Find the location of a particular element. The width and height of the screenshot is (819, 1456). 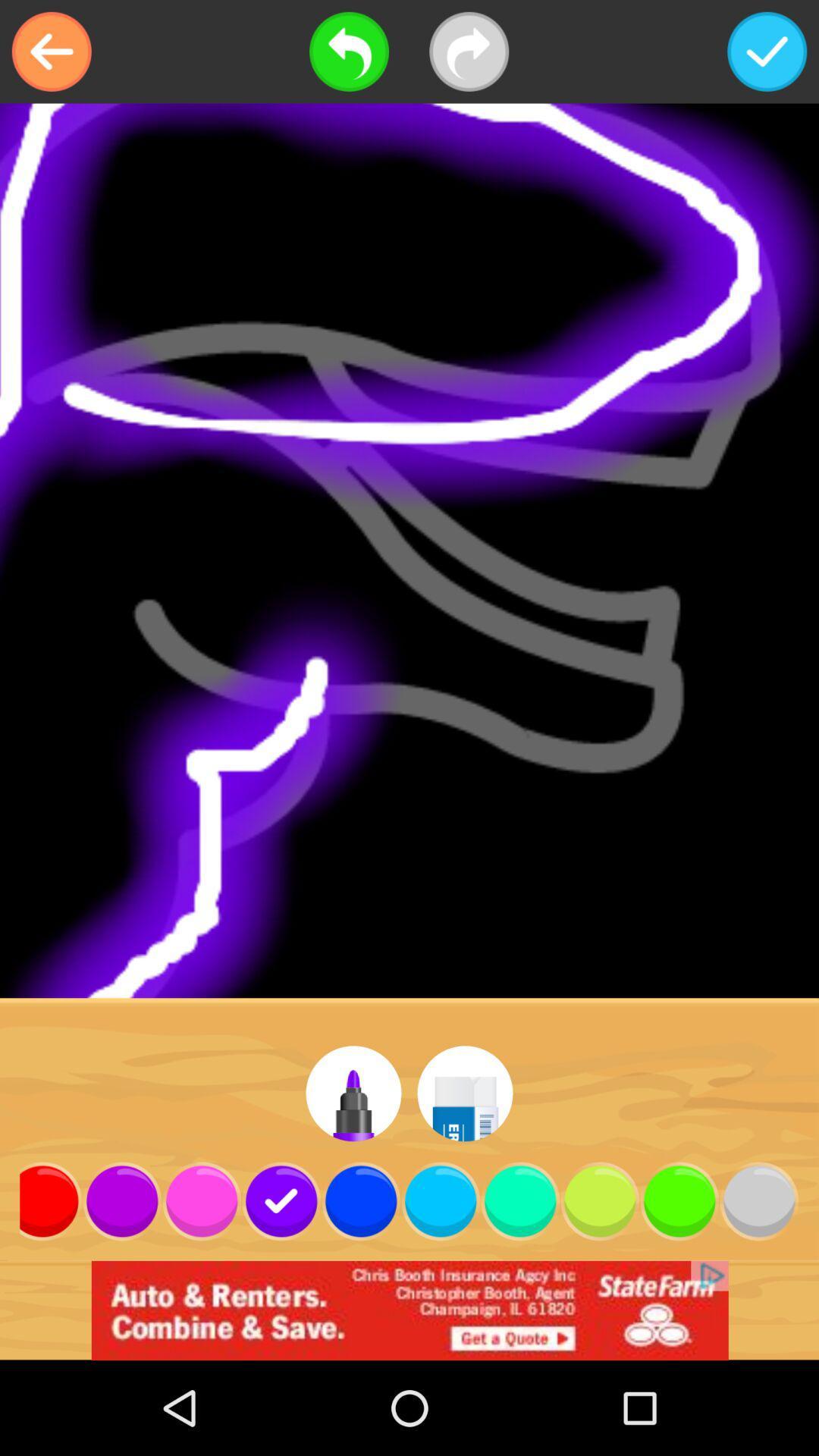

go back is located at coordinates (349, 52).